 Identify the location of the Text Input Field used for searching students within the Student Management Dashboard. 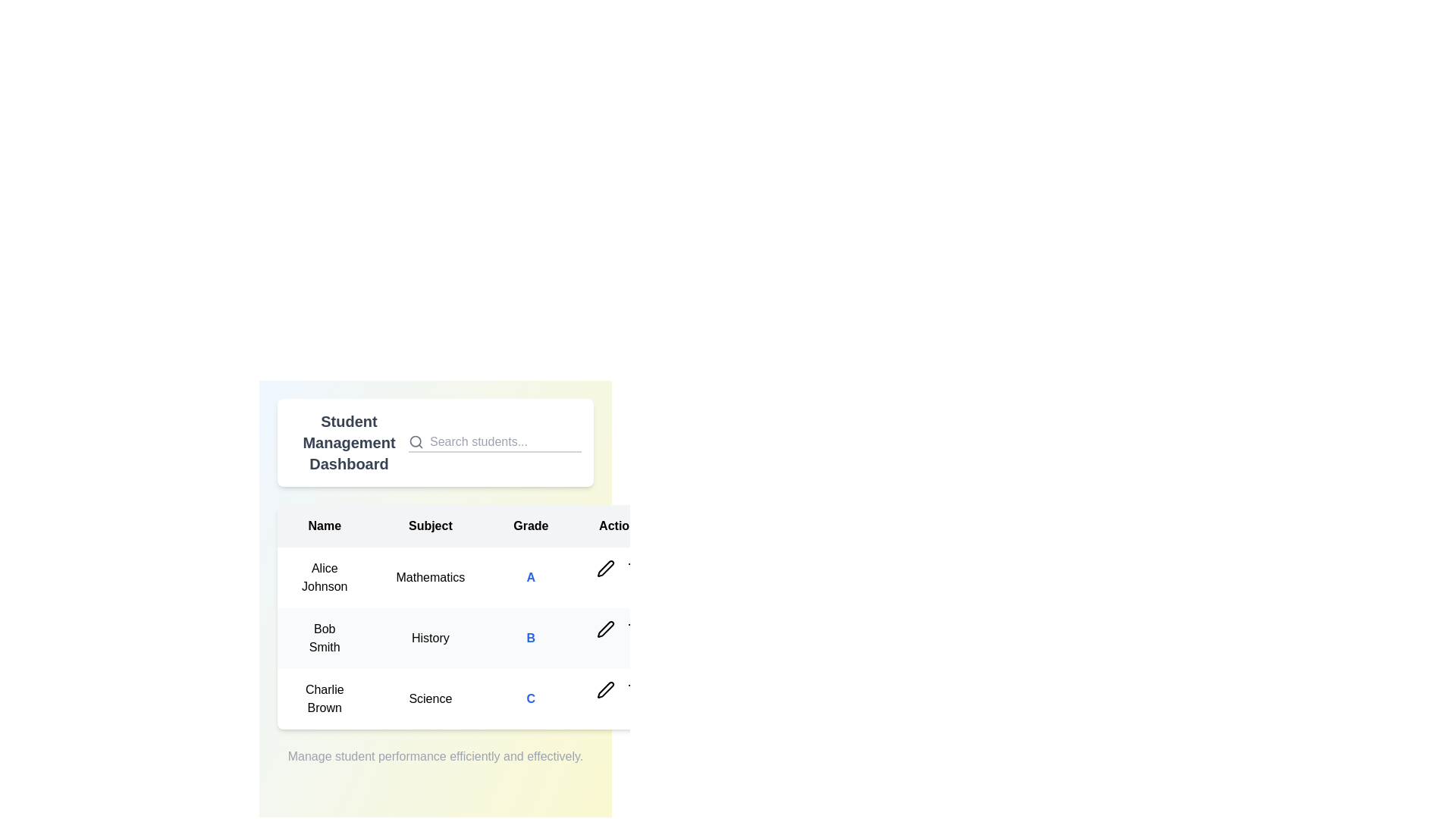
(506, 441).